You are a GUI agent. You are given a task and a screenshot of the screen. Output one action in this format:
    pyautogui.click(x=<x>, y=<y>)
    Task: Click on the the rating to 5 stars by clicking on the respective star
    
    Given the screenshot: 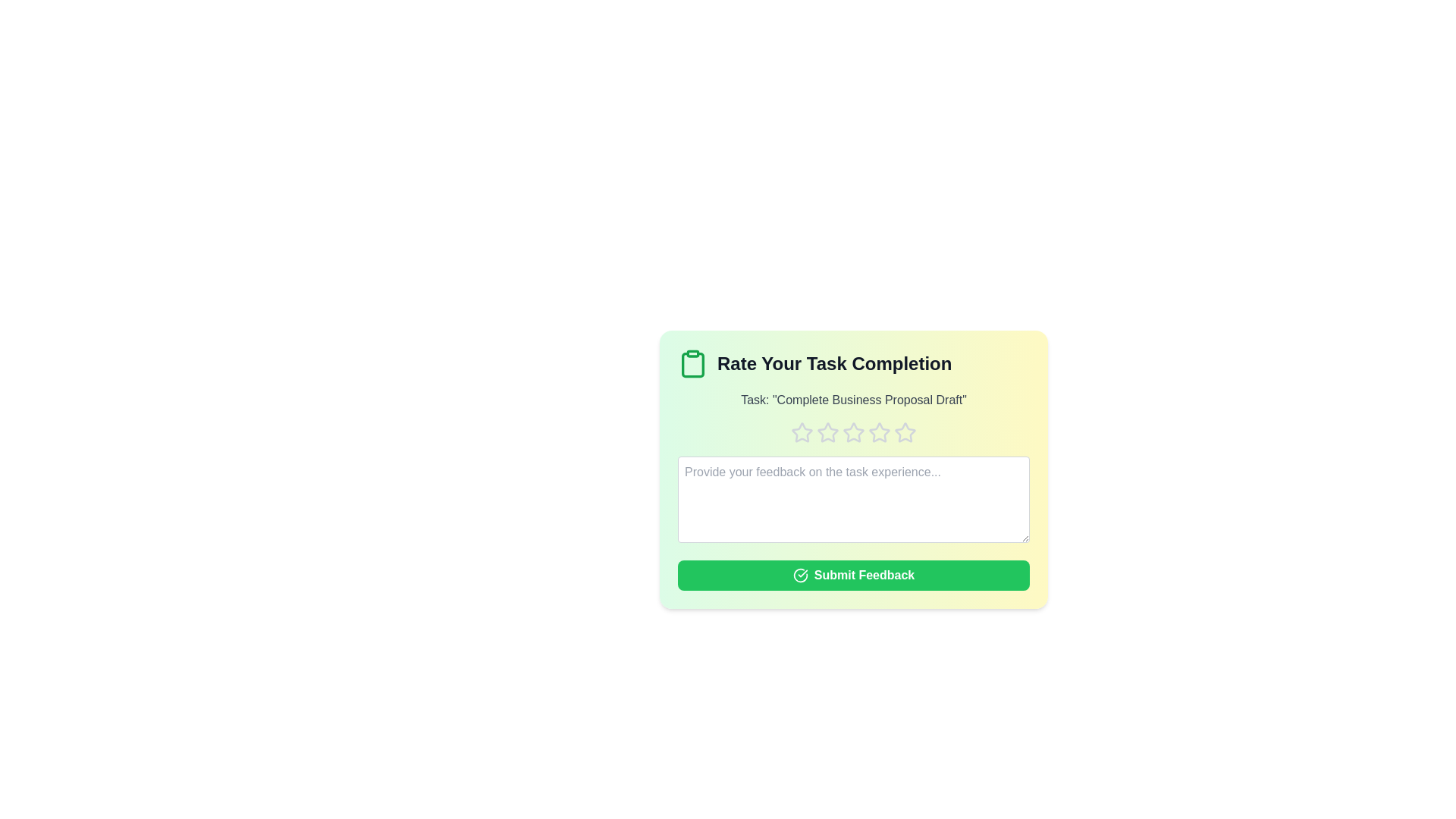 What is the action you would take?
    pyautogui.click(x=905, y=432)
    